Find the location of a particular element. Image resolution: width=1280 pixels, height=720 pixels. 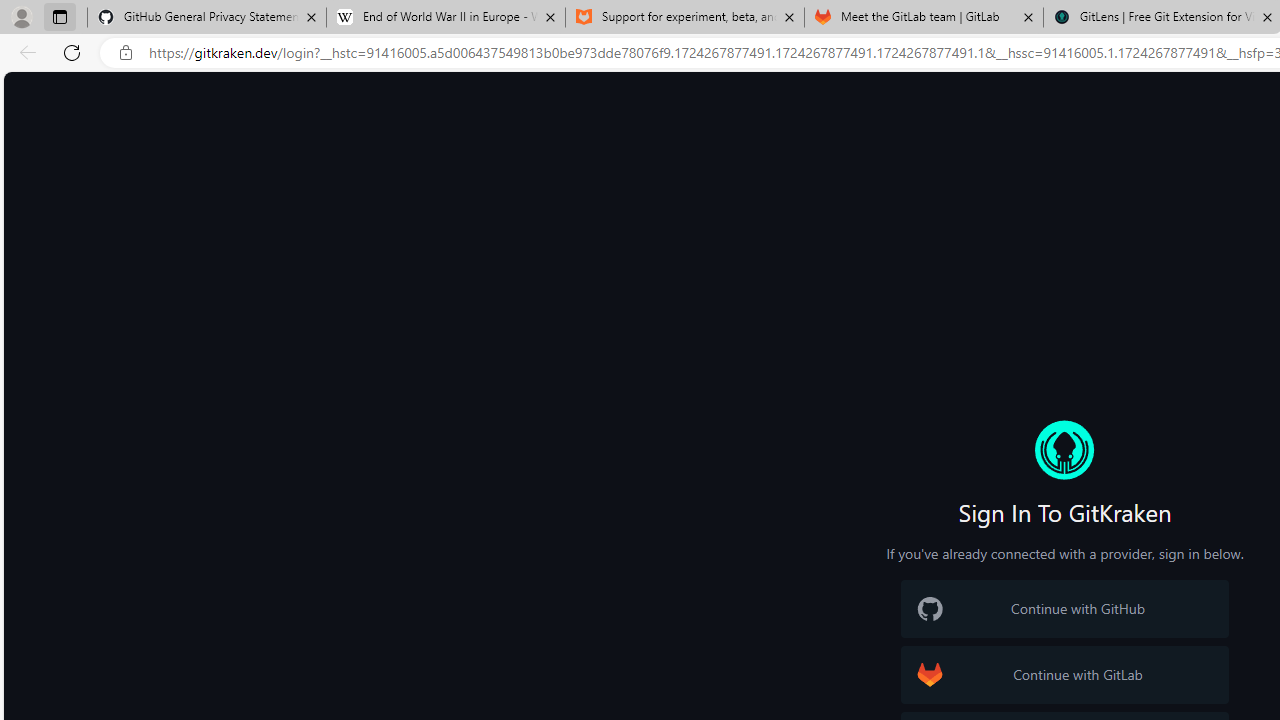

'GitKraken' is located at coordinates (1063, 450).